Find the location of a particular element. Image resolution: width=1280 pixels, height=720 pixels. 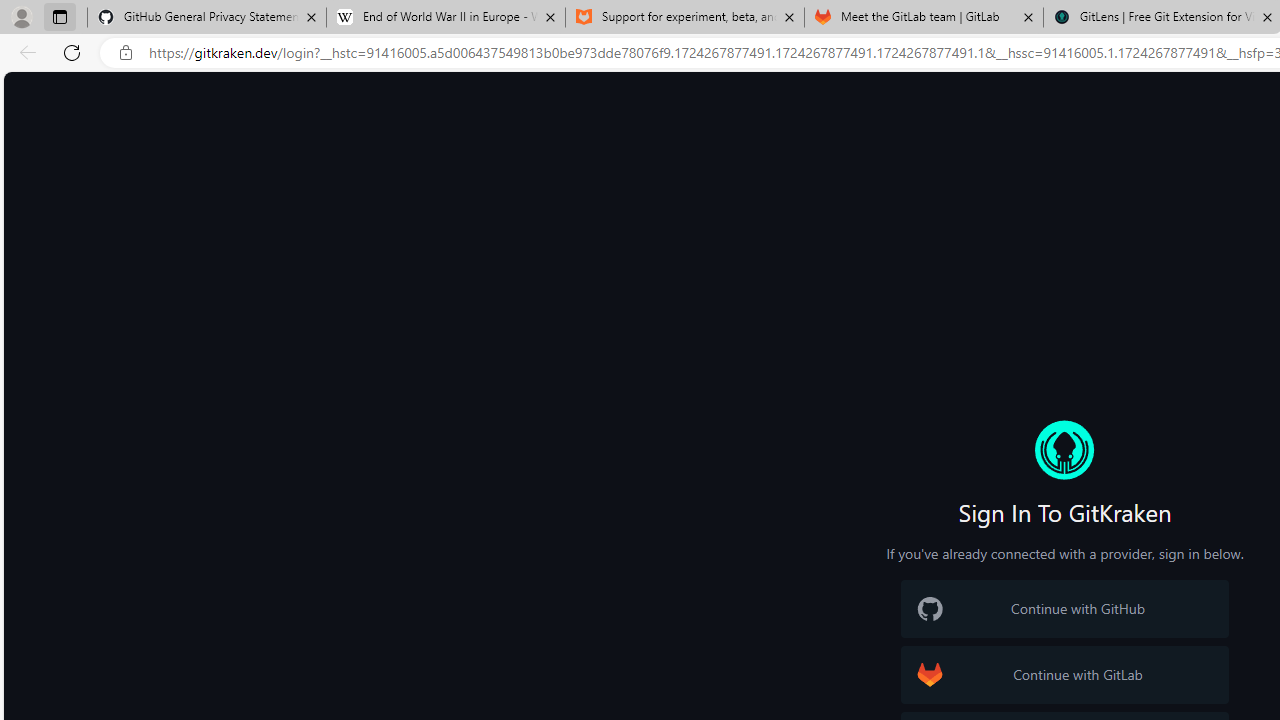

'GitKraken' is located at coordinates (1063, 450).